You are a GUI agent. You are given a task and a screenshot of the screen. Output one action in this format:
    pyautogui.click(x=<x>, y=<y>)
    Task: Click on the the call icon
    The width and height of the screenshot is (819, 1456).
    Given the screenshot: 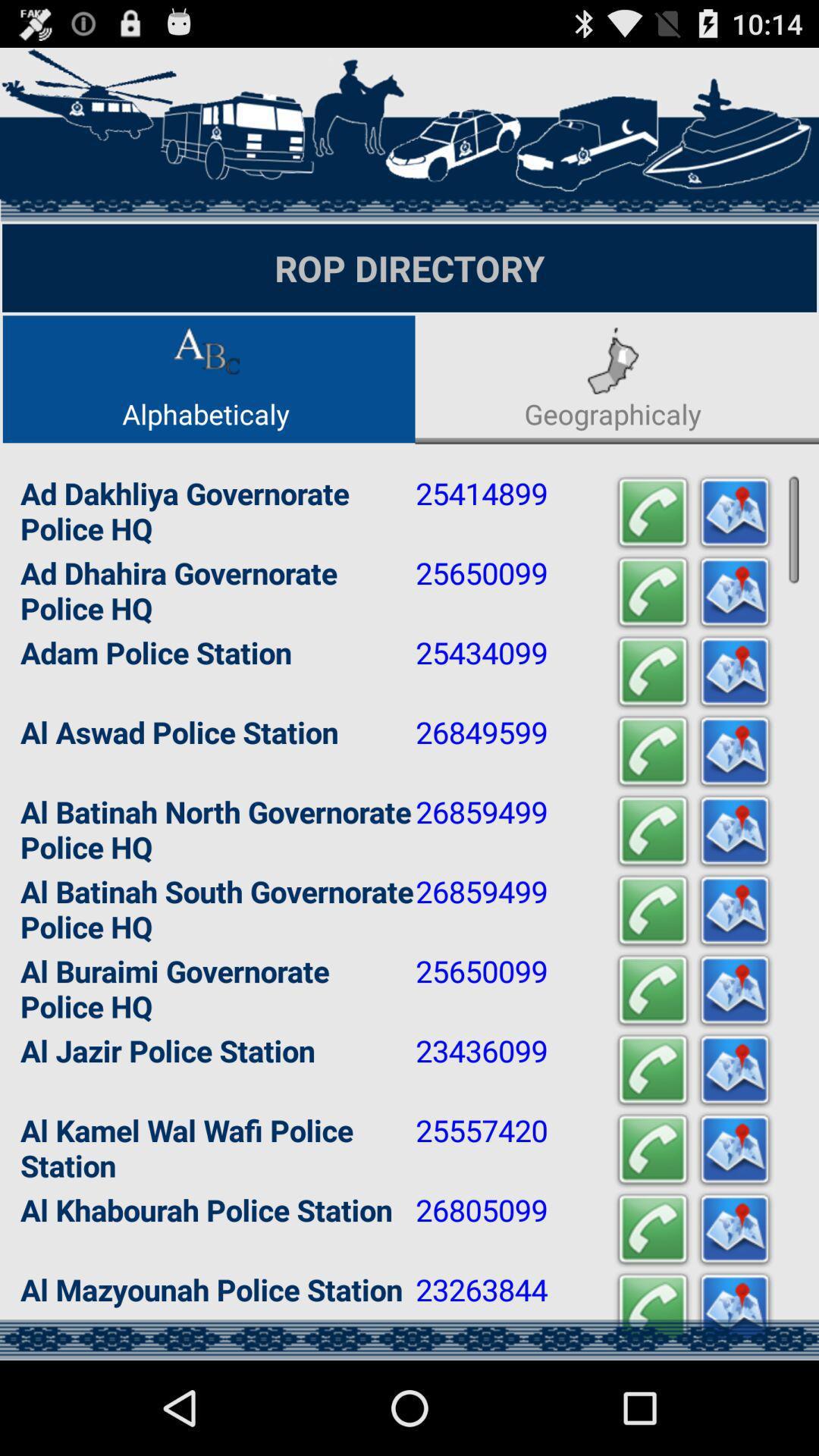 What is the action you would take?
    pyautogui.click(x=651, y=1145)
    